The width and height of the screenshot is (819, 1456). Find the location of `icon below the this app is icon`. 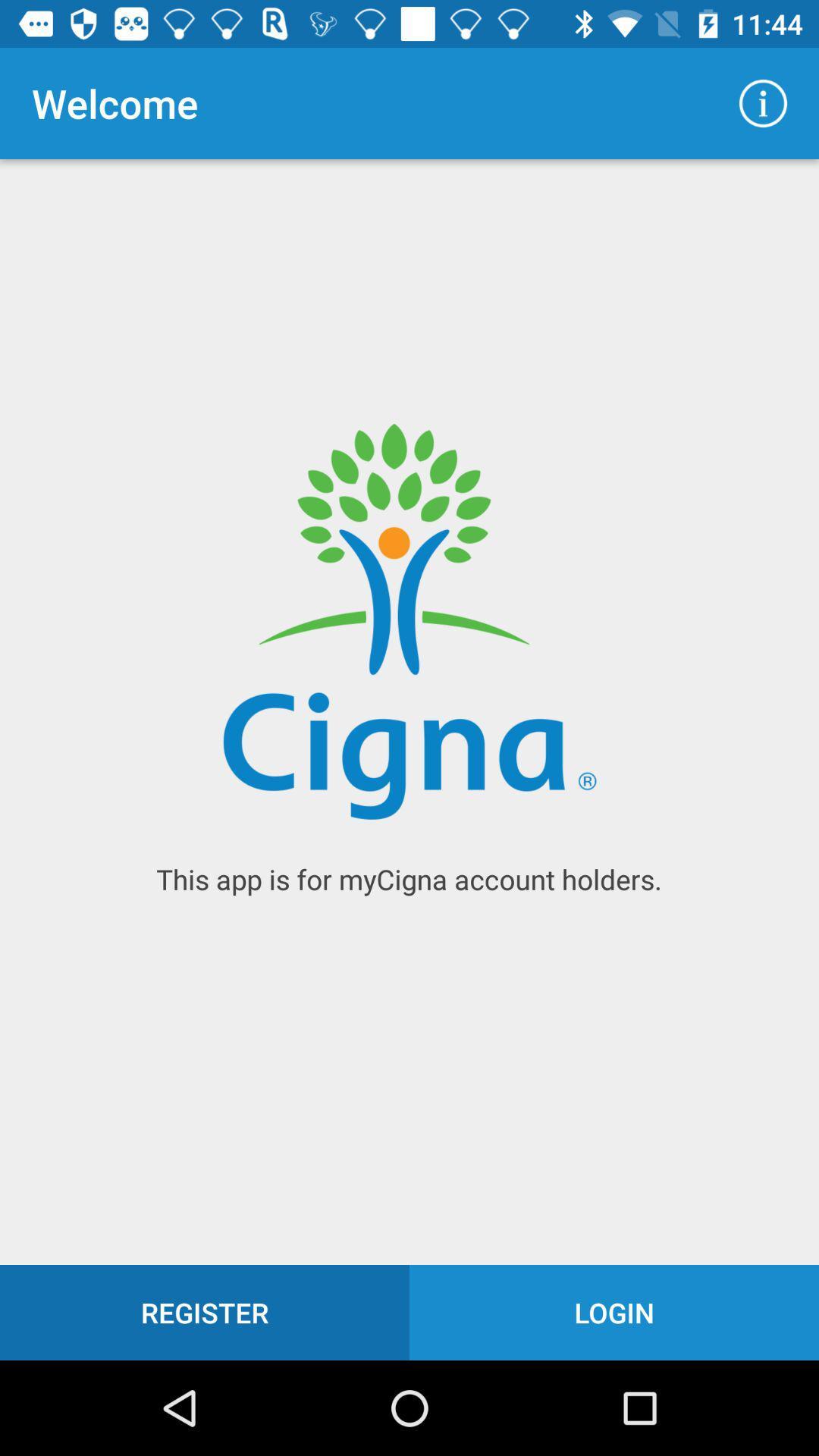

icon below the this app is icon is located at coordinates (614, 1312).